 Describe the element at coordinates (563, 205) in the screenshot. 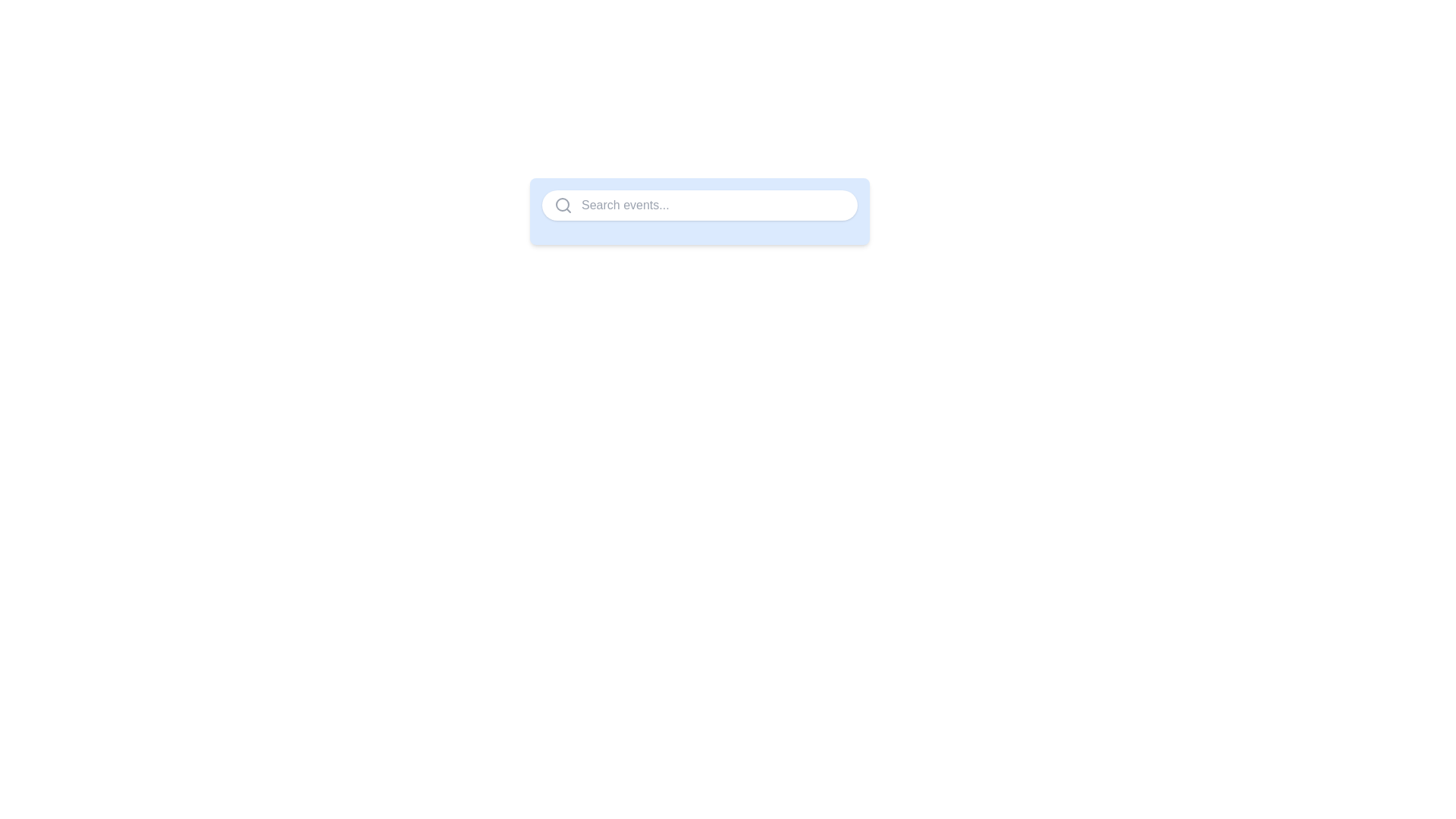

I see `the gray magnifying glass icon representing the search button located at the far left of the search bar` at that location.